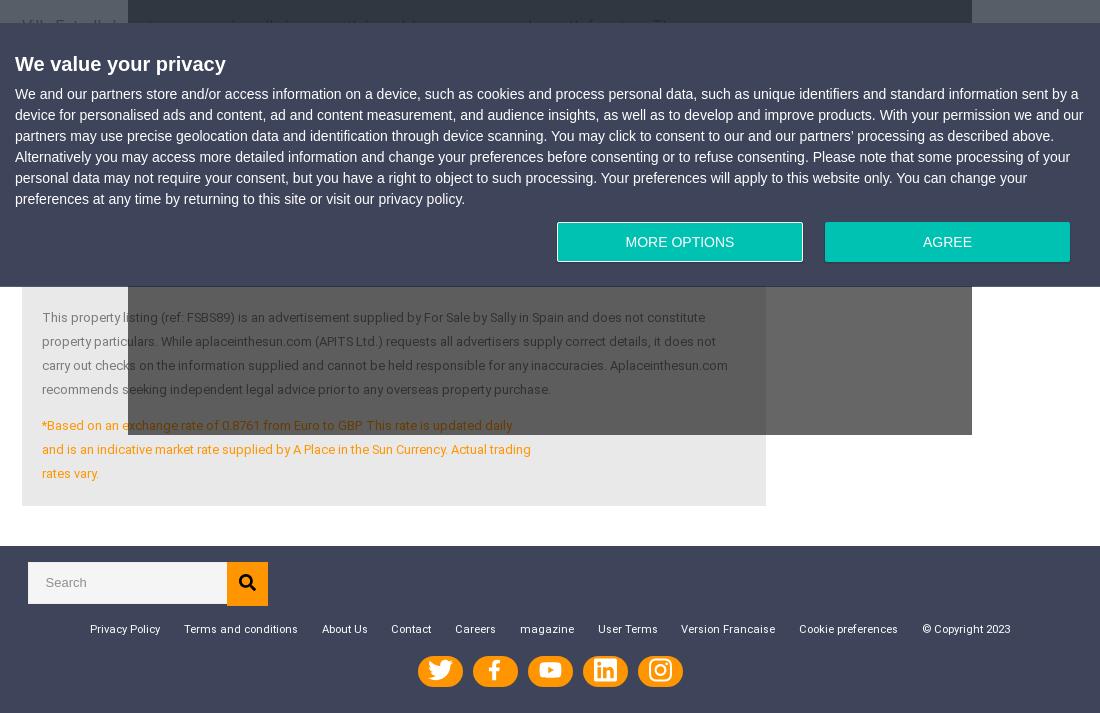  Describe the element at coordinates (182, 628) in the screenshot. I see `'Terms and conditions'` at that location.